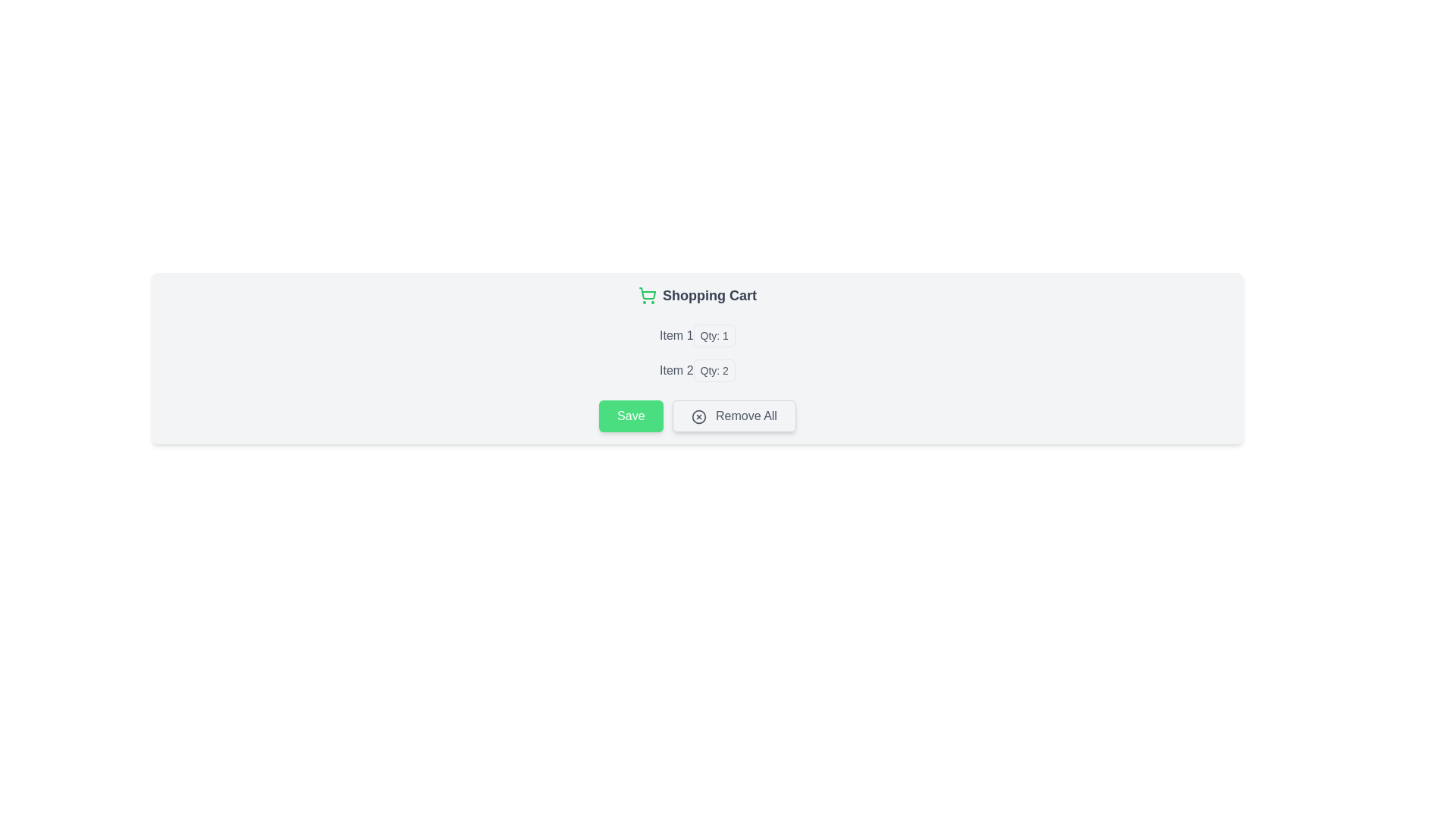 This screenshot has width=1456, height=819. I want to click on the labeled text element representing the quantity of the first item in the shopping cart, so click(697, 335).